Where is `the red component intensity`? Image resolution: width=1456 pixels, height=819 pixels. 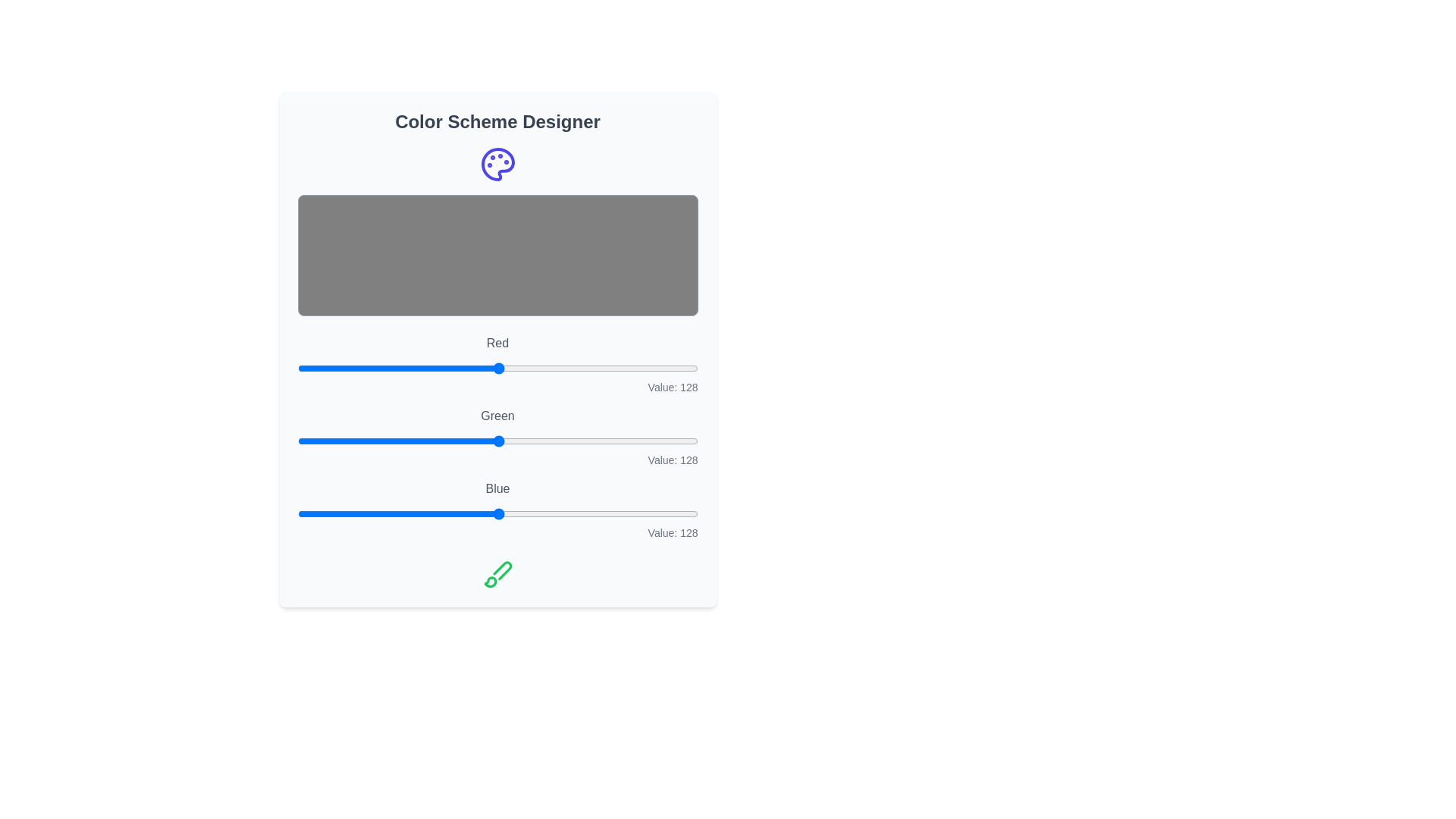
the red component intensity is located at coordinates (578, 369).